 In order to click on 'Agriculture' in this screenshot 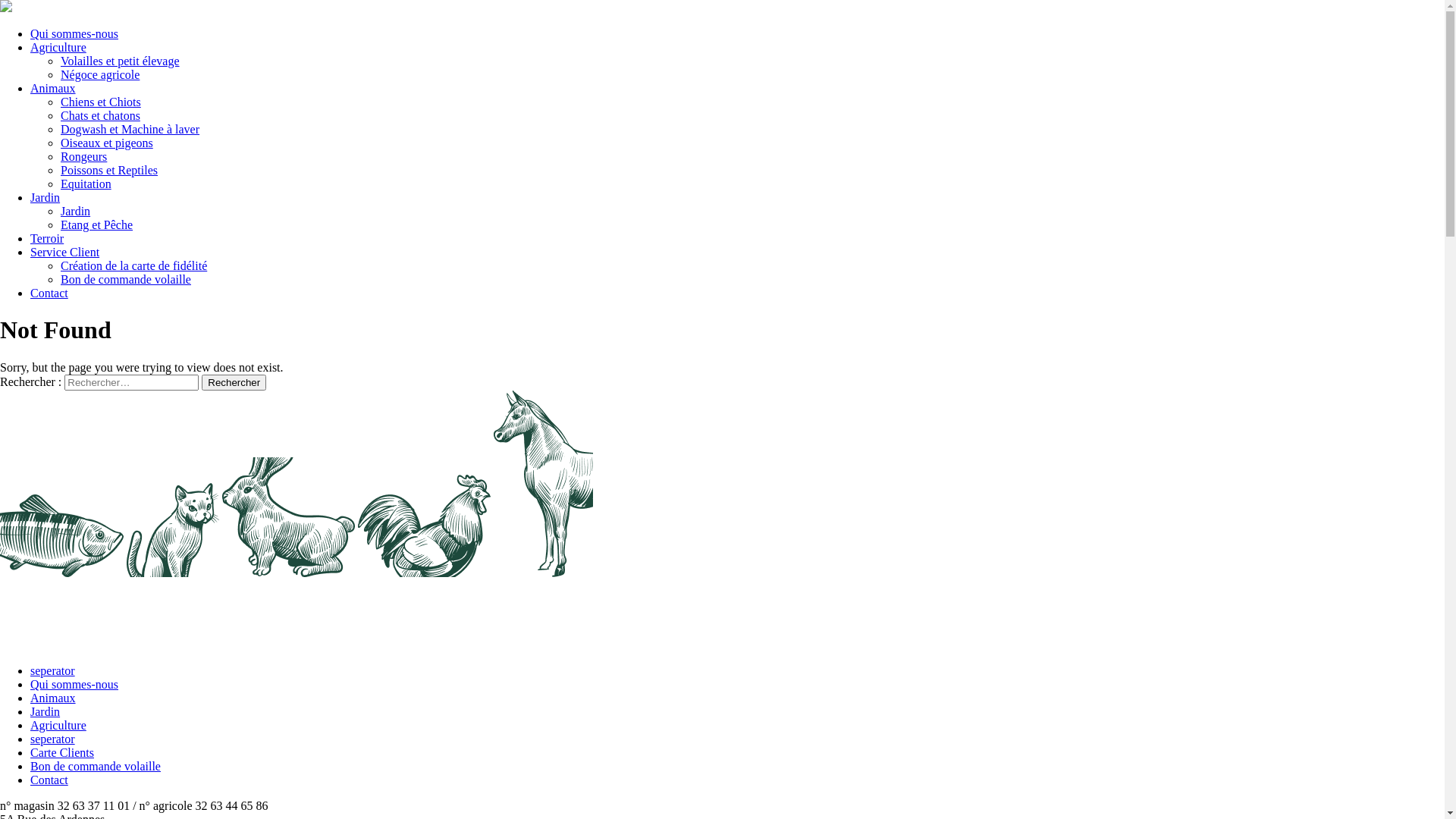, I will do `click(58, 46)`.